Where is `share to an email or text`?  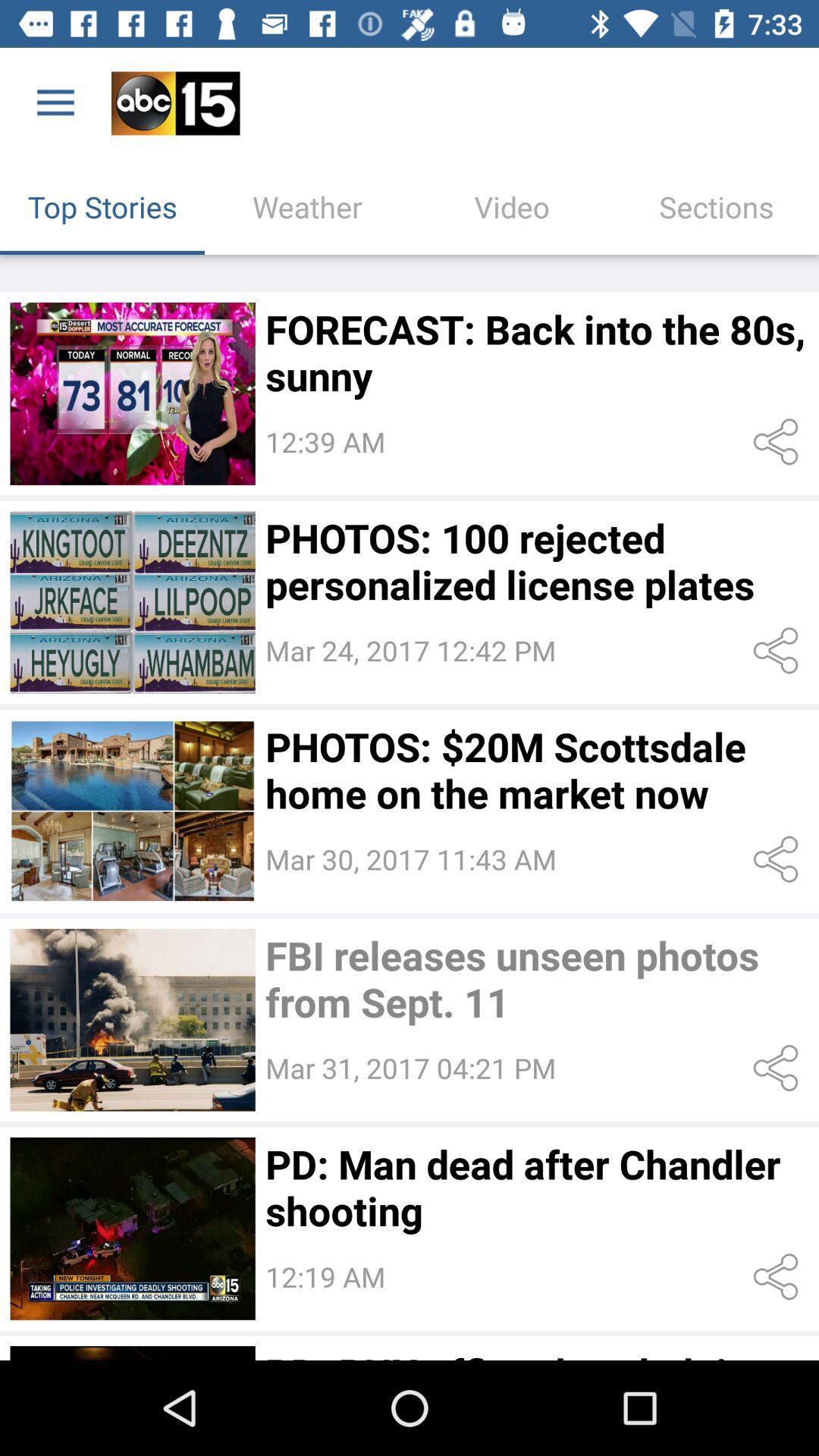 share to an email or text is located at coordinates (779, 651).